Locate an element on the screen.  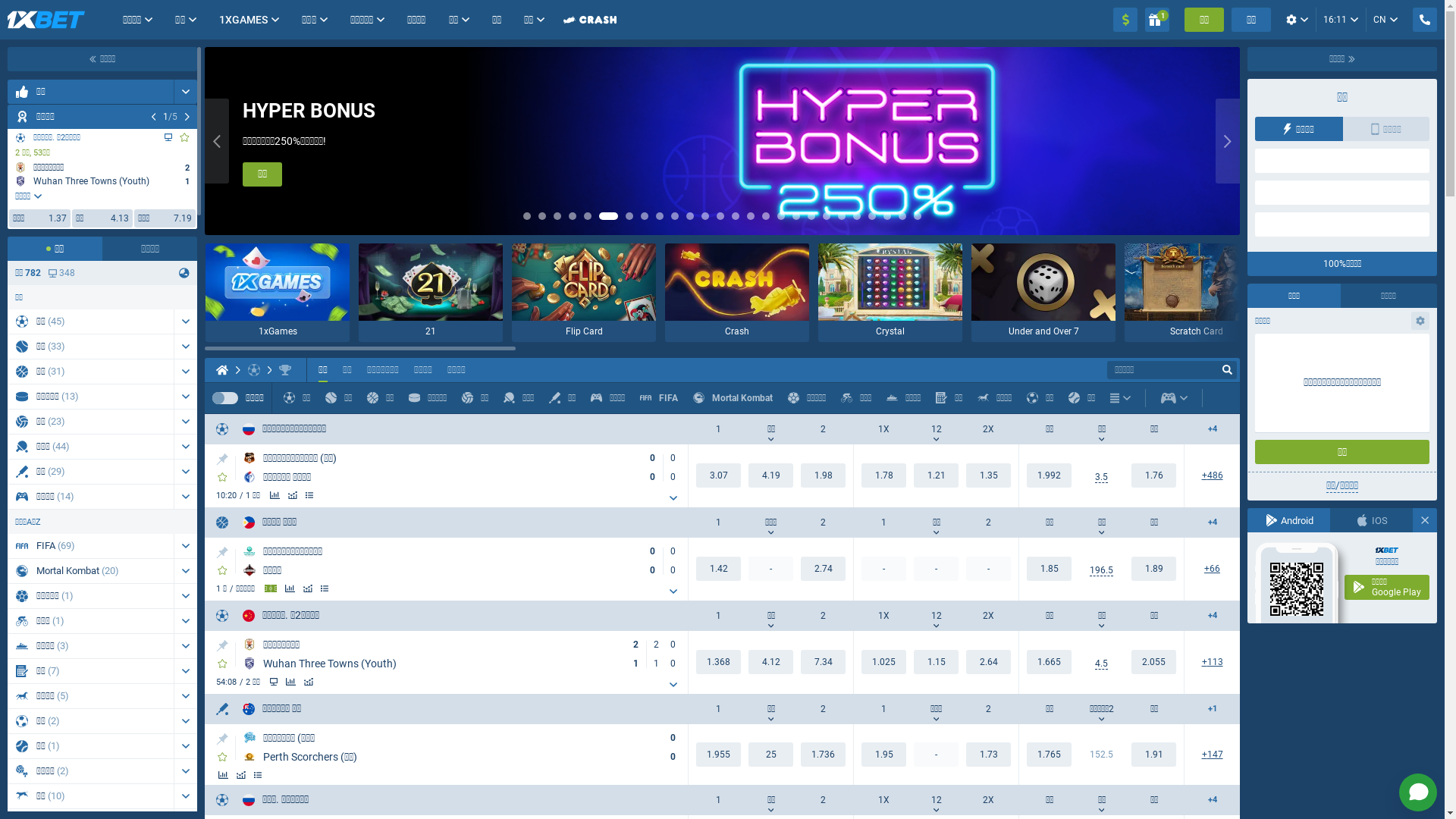
'1.15' is located at coordinates (935, 661).